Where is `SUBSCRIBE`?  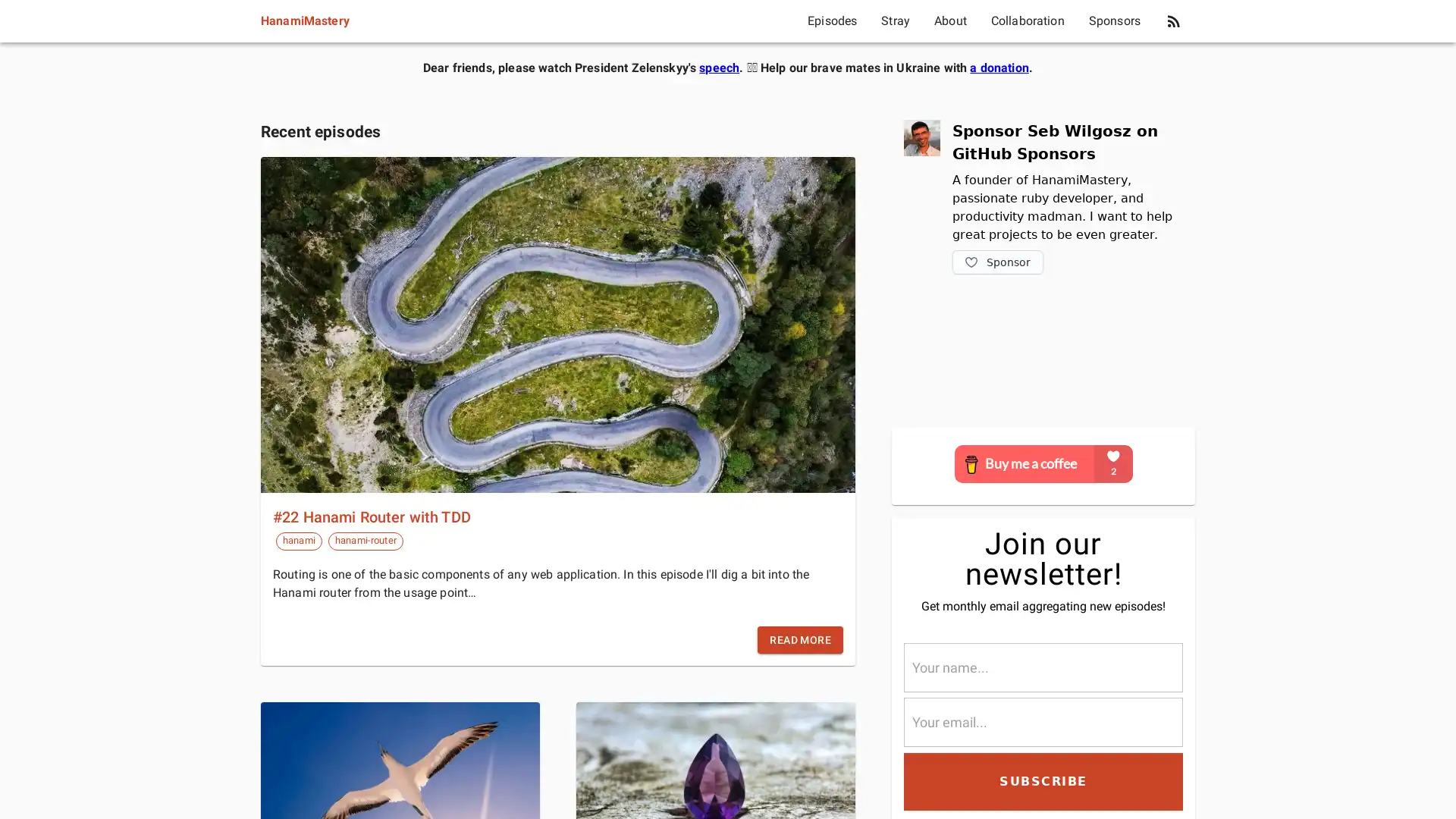 SUBSCRIBE is located at coordinates (1043, 780).